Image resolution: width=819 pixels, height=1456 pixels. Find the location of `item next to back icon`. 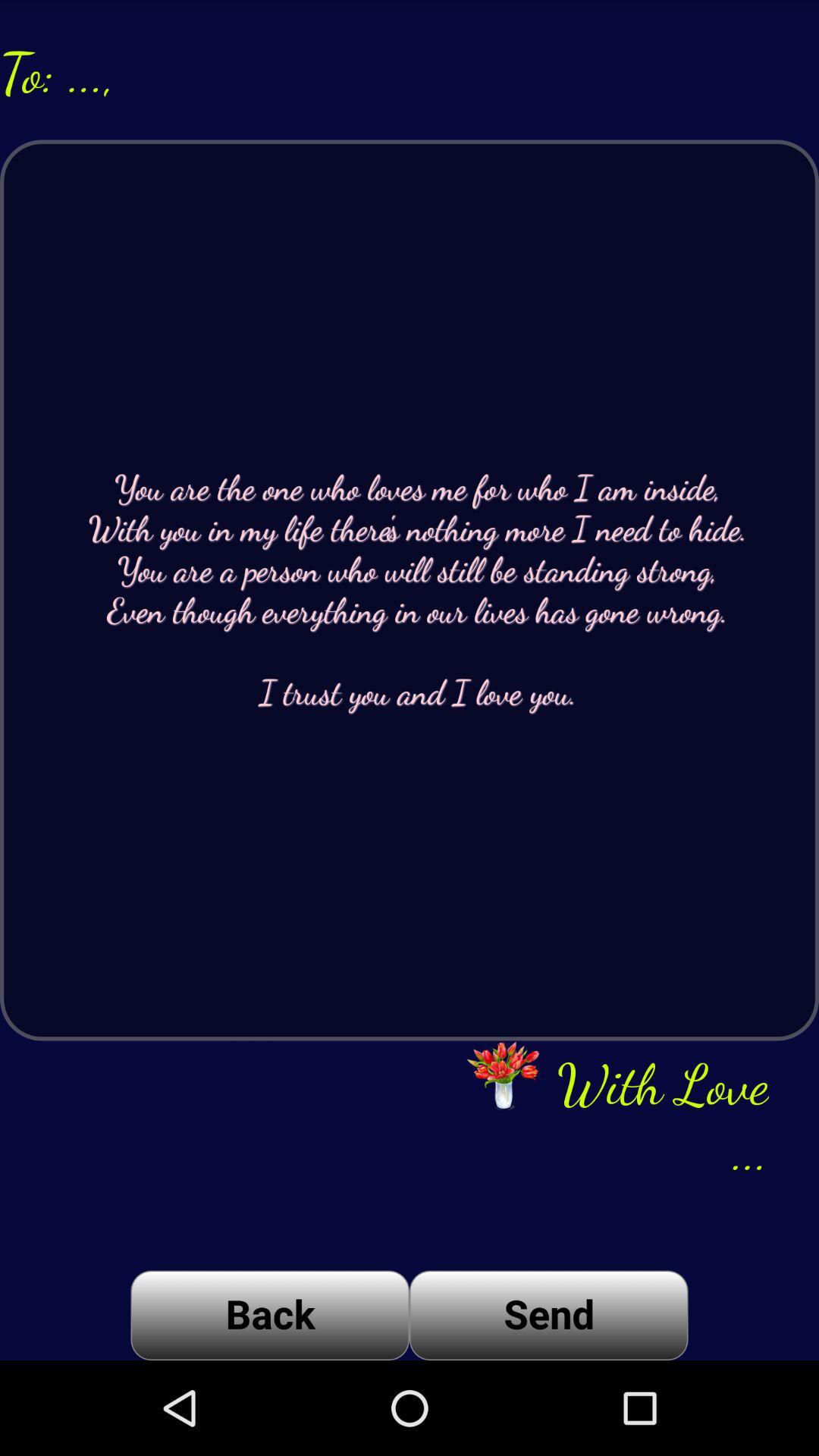

item next to back icon is located at coordinates (548, 1314).